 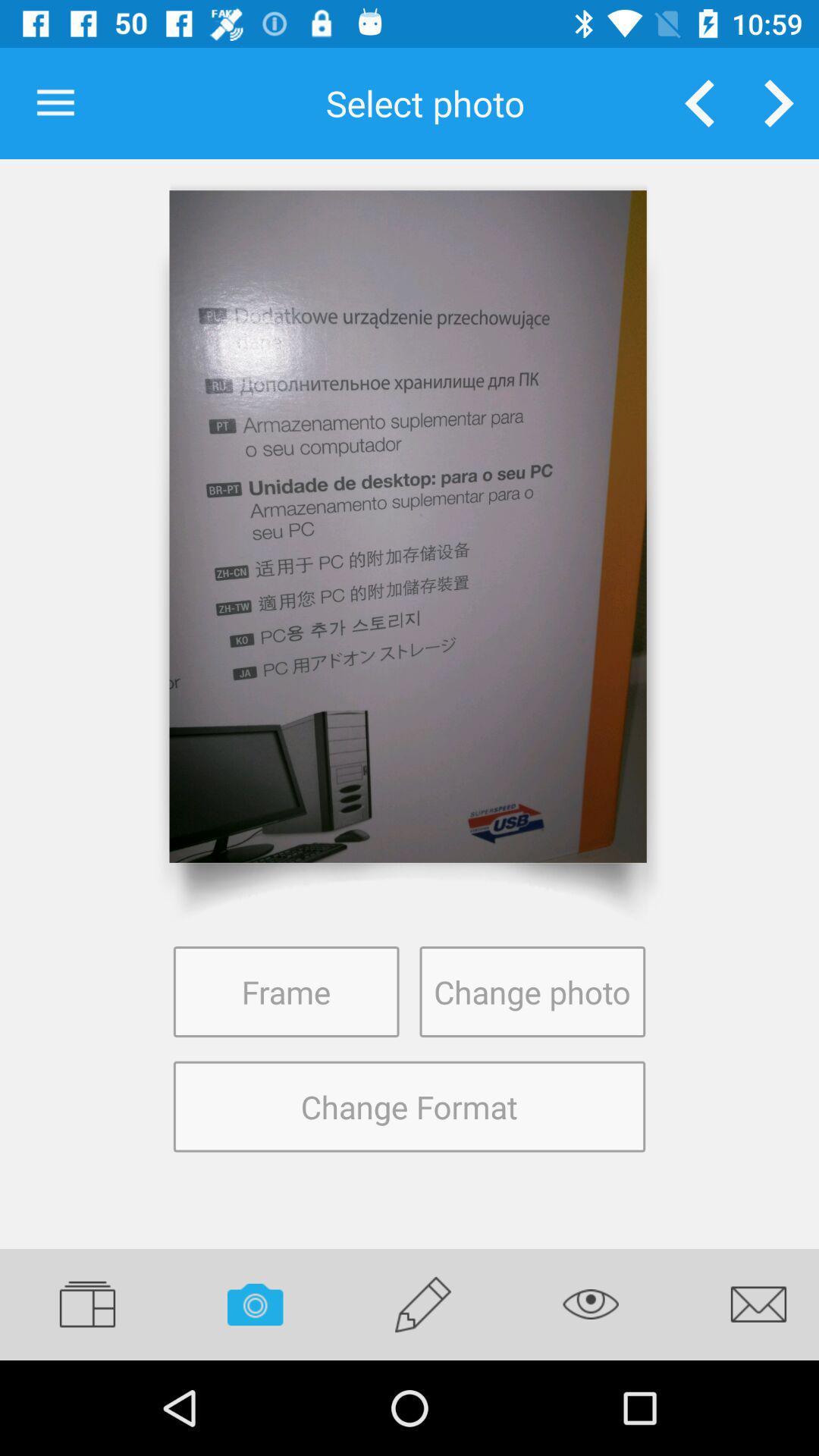 What do you see at coordinates (699, 102) in the screenshot?
I see `open previous photo` at bounding box center [699, 102].